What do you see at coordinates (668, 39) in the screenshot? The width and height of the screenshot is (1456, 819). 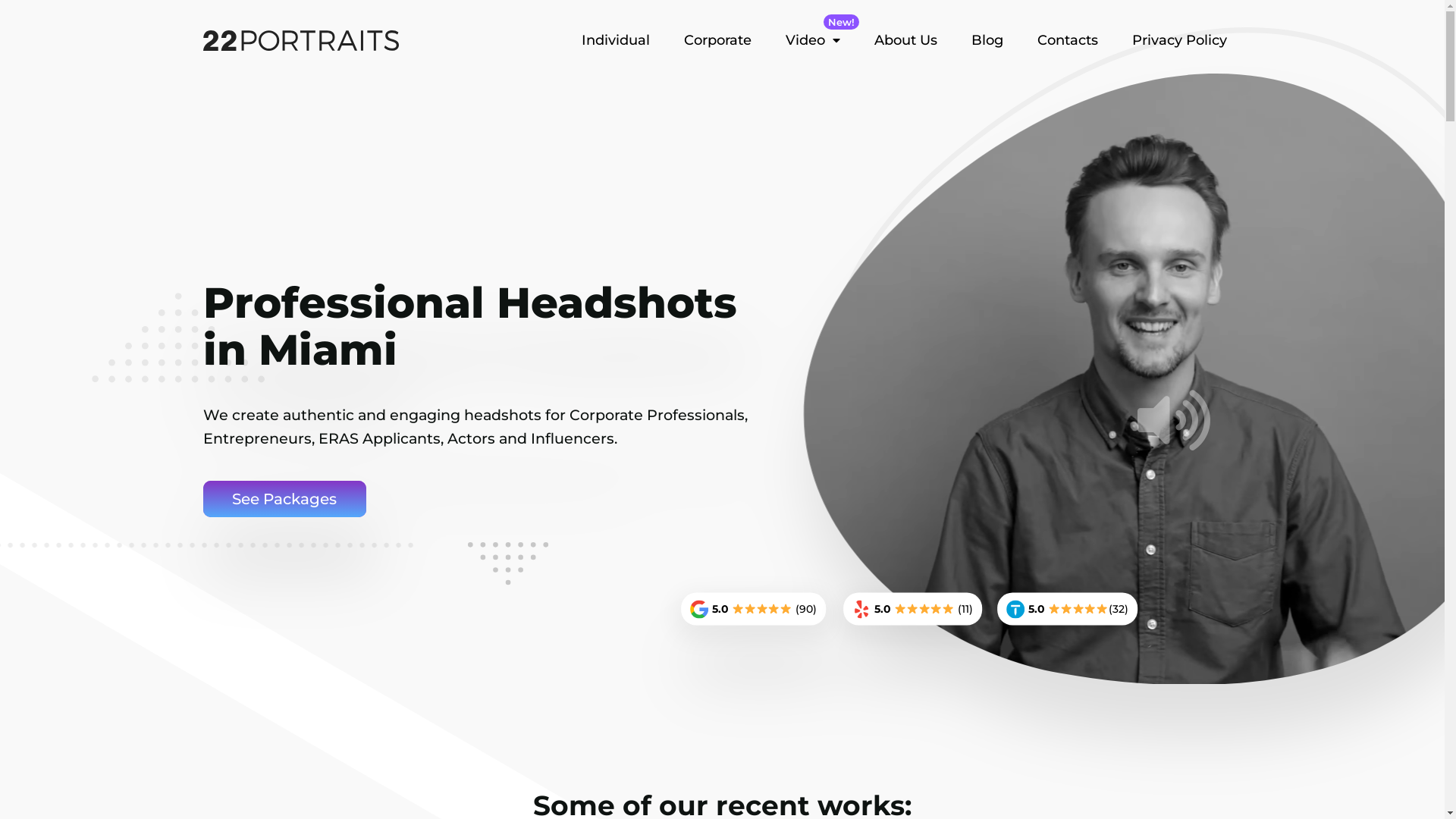 I see `'Corporate'` at bounding box center [668, 39].